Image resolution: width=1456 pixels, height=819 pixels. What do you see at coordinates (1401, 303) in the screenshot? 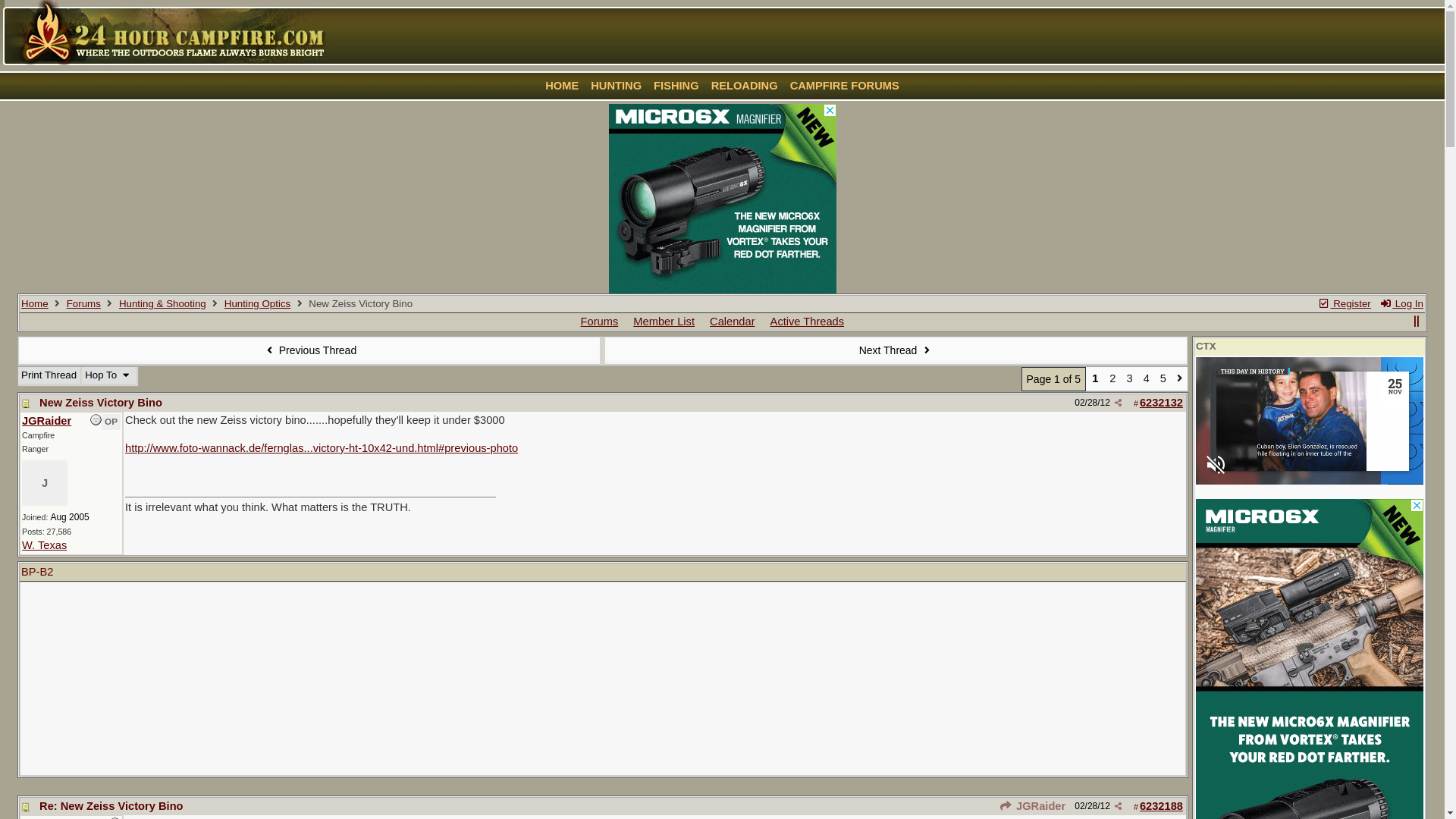
I see `'Log In'` at bounding box center [1401, 303].